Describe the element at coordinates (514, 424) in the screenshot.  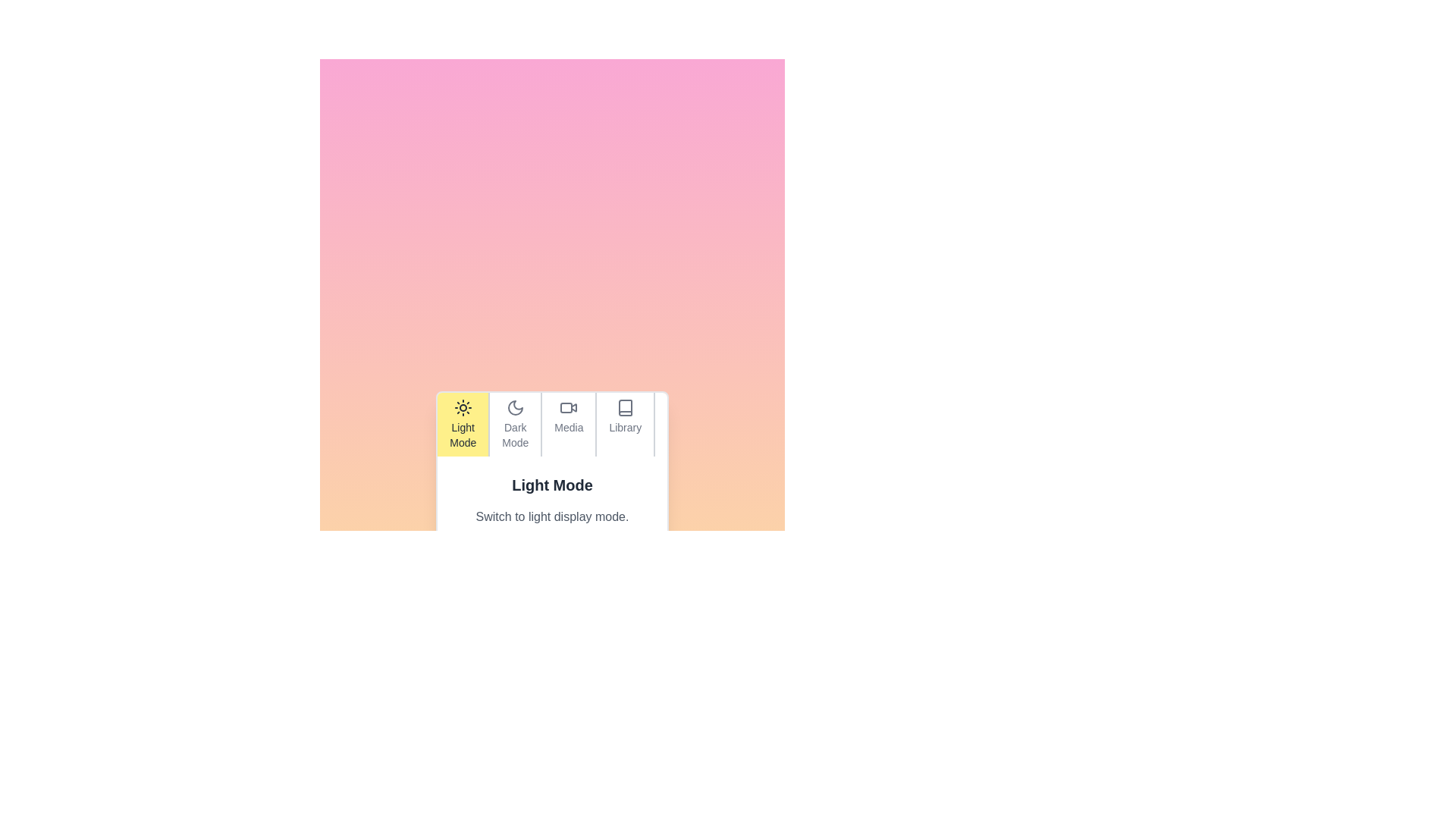
I see `the tab labeled Dark Mode` at that location.